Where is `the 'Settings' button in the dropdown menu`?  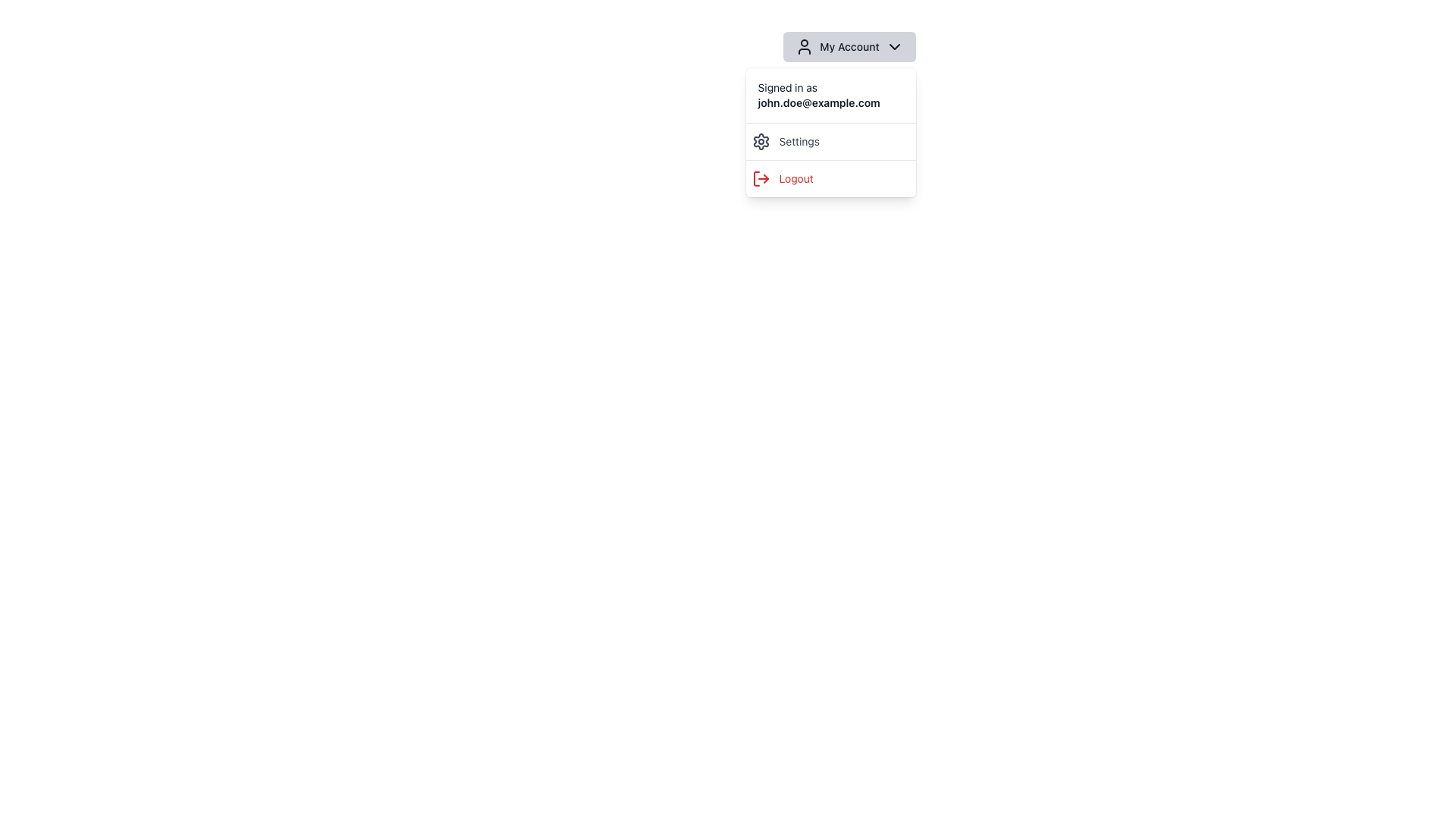 the 'Settings' button in the dropdown menu is located at coordinates (830, 141).